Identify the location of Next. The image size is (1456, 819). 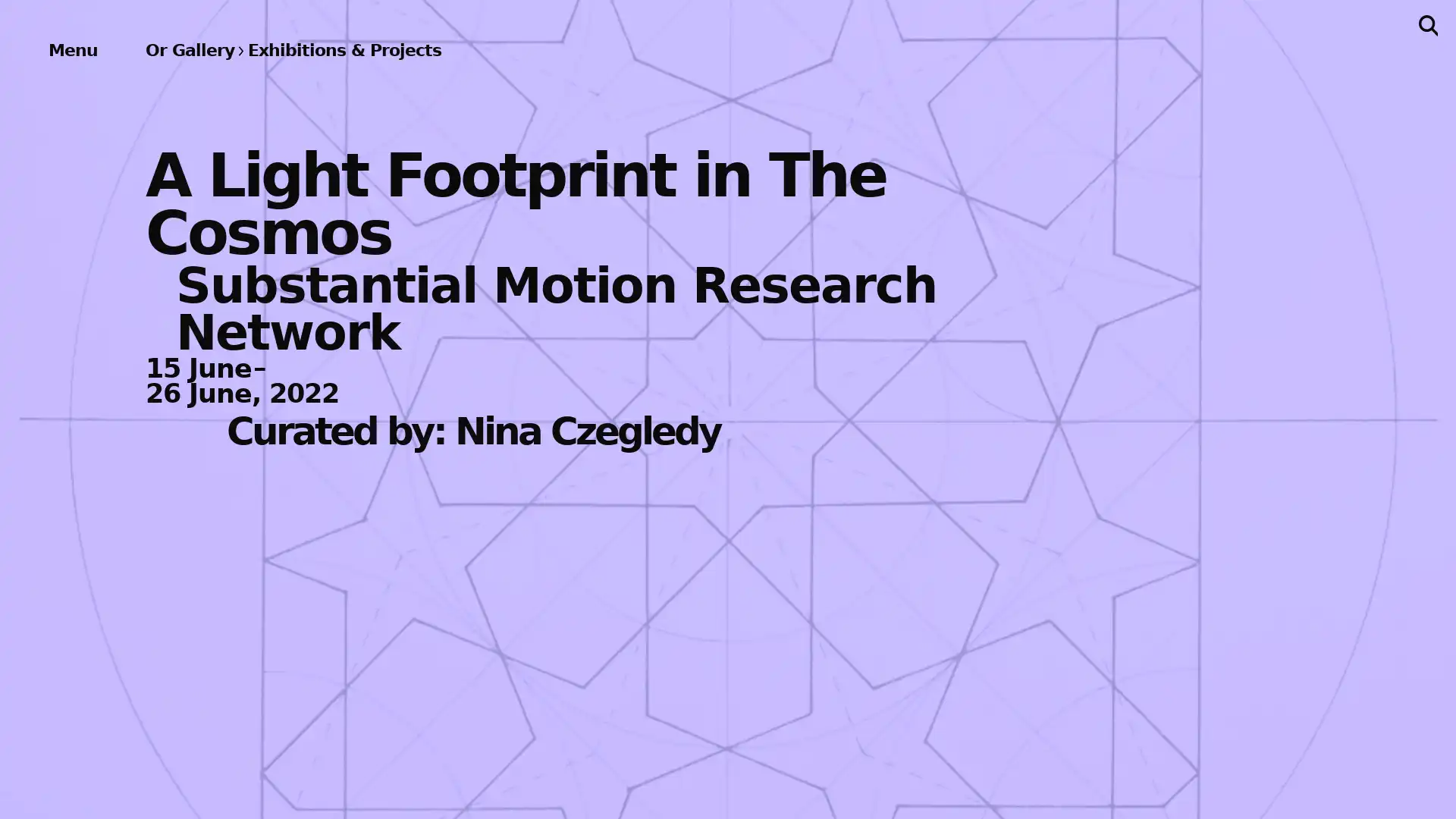
(1019, 409).